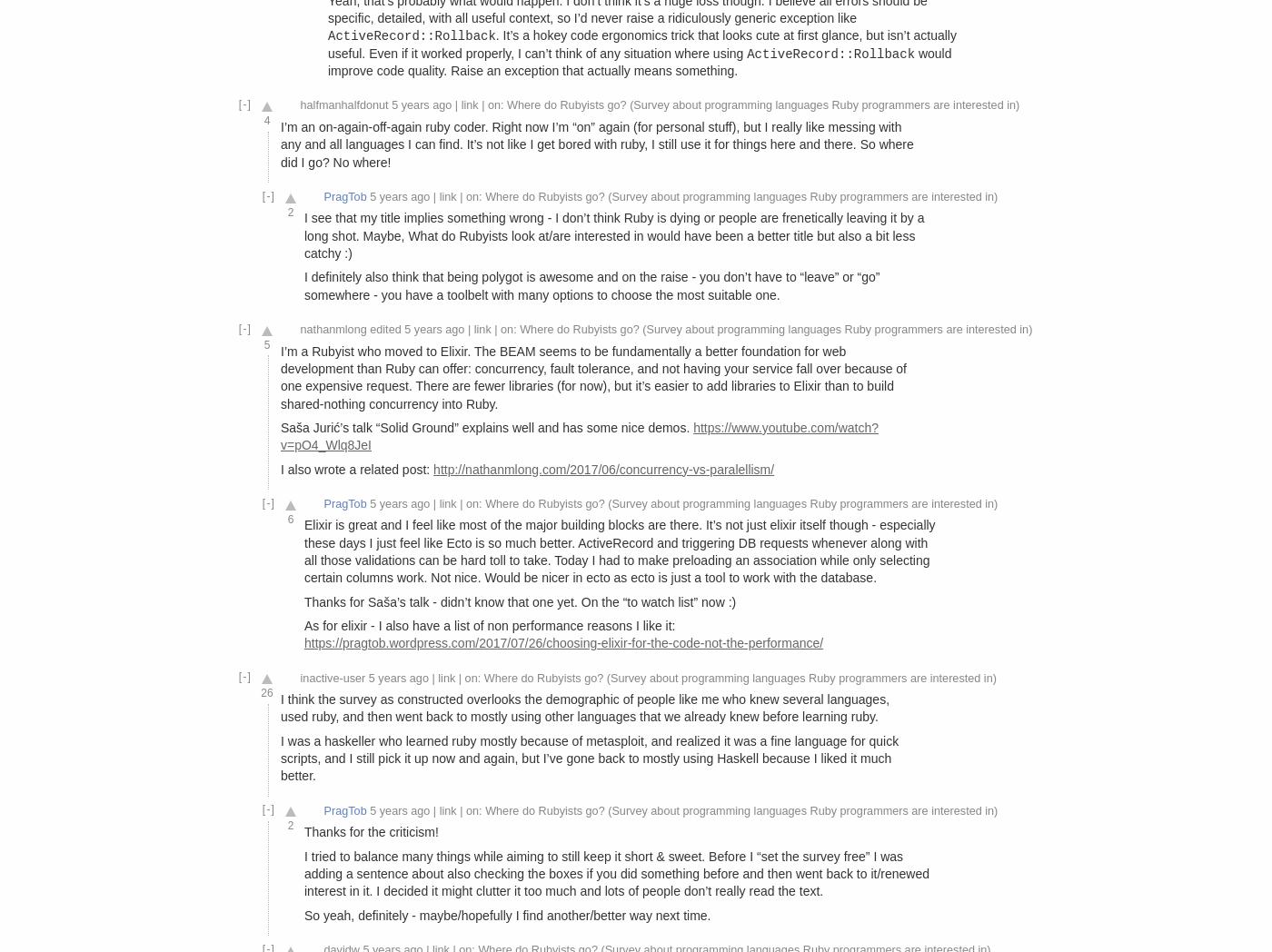  I want to click on 'I also wrote a related post:', so click(356, 469).